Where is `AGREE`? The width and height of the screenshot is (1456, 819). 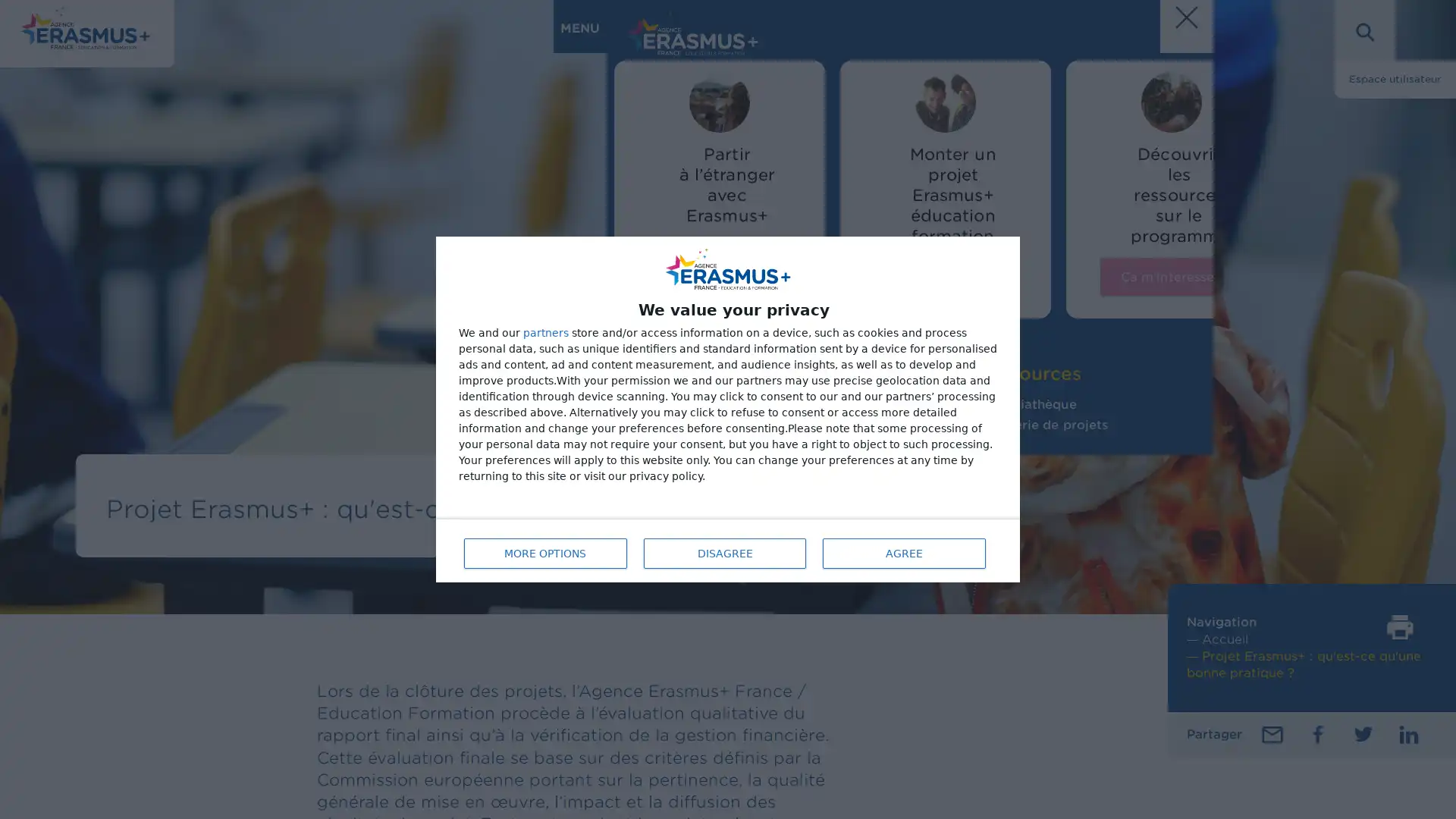
AGREE is located at coordinates (902, 550).